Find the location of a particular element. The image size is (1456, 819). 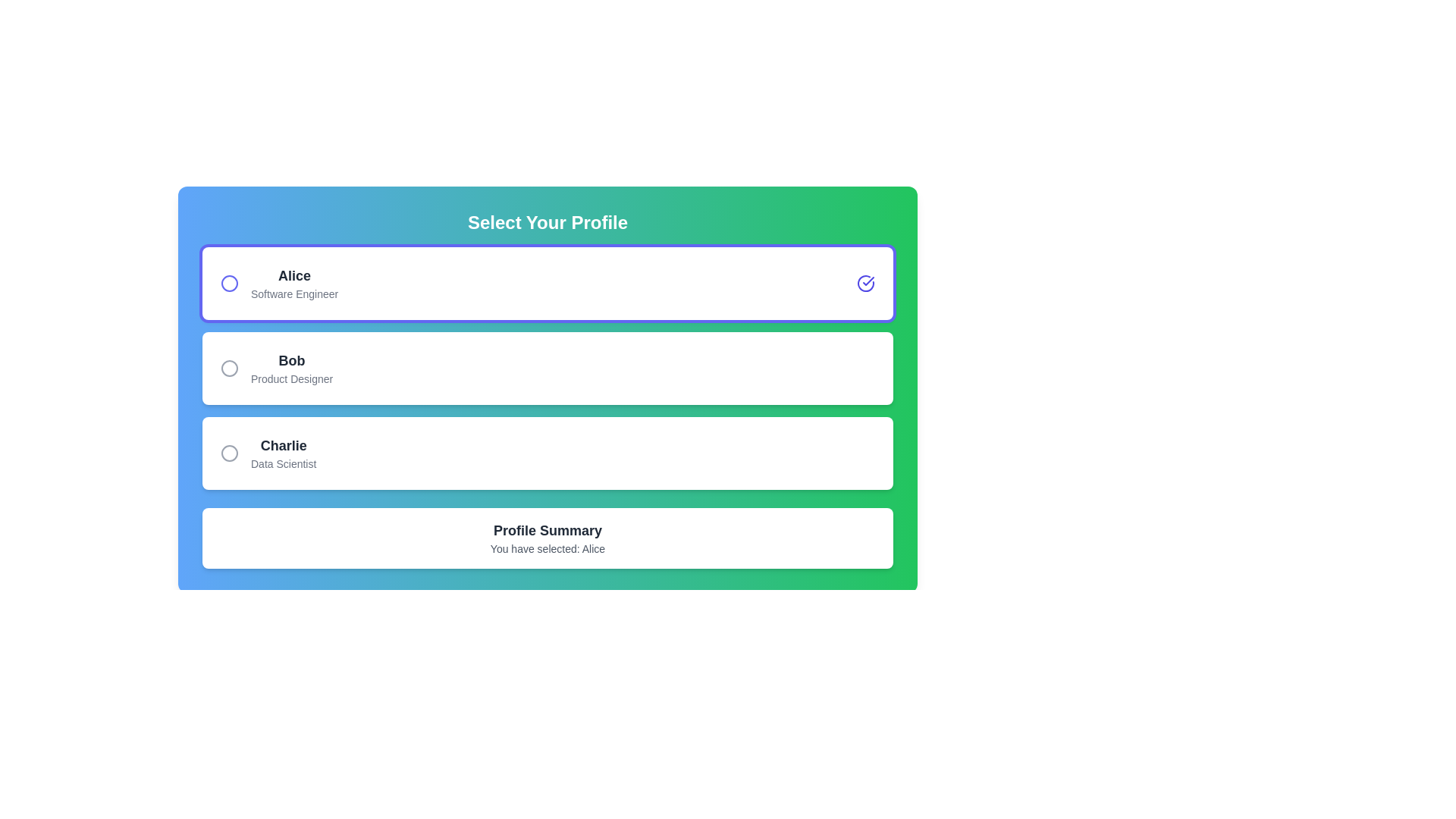

the checkmark SVG icon located in the top right corner of the 'Alice' selection card within the 'Select Your Profile' section is located at coordinates (868, 281).